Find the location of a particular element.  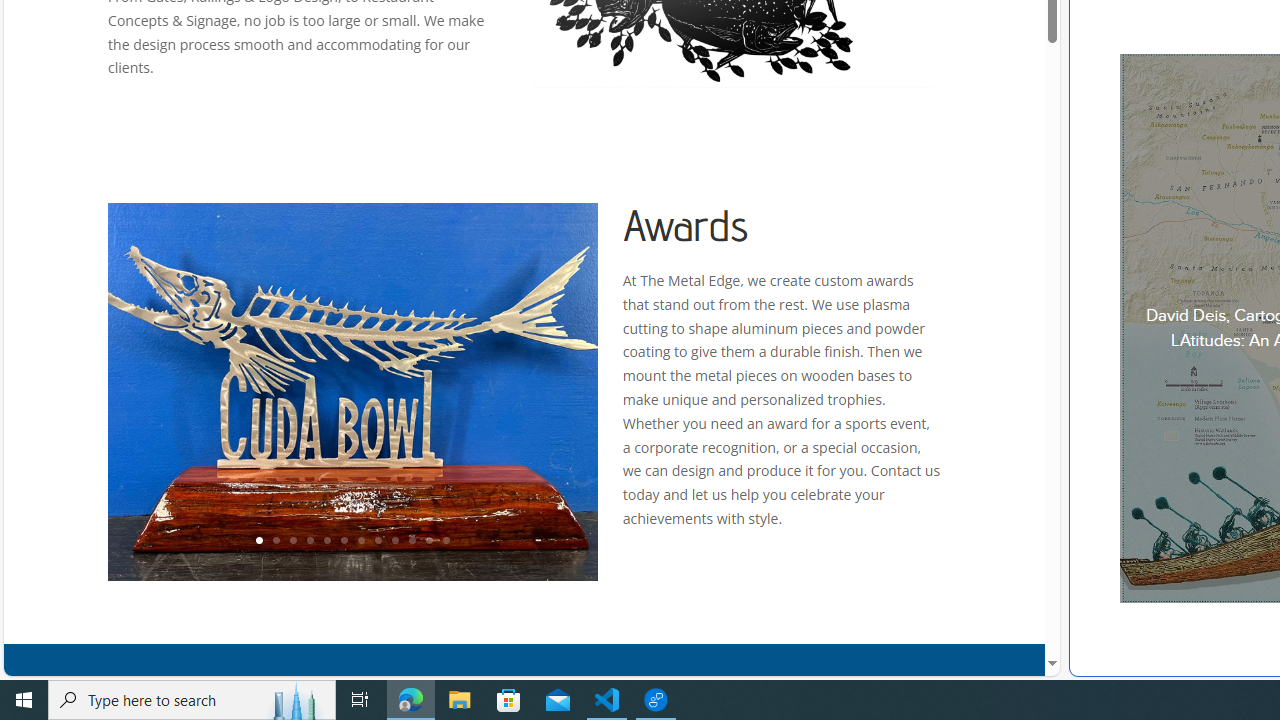

'3' is located at coordinates (292, 541).